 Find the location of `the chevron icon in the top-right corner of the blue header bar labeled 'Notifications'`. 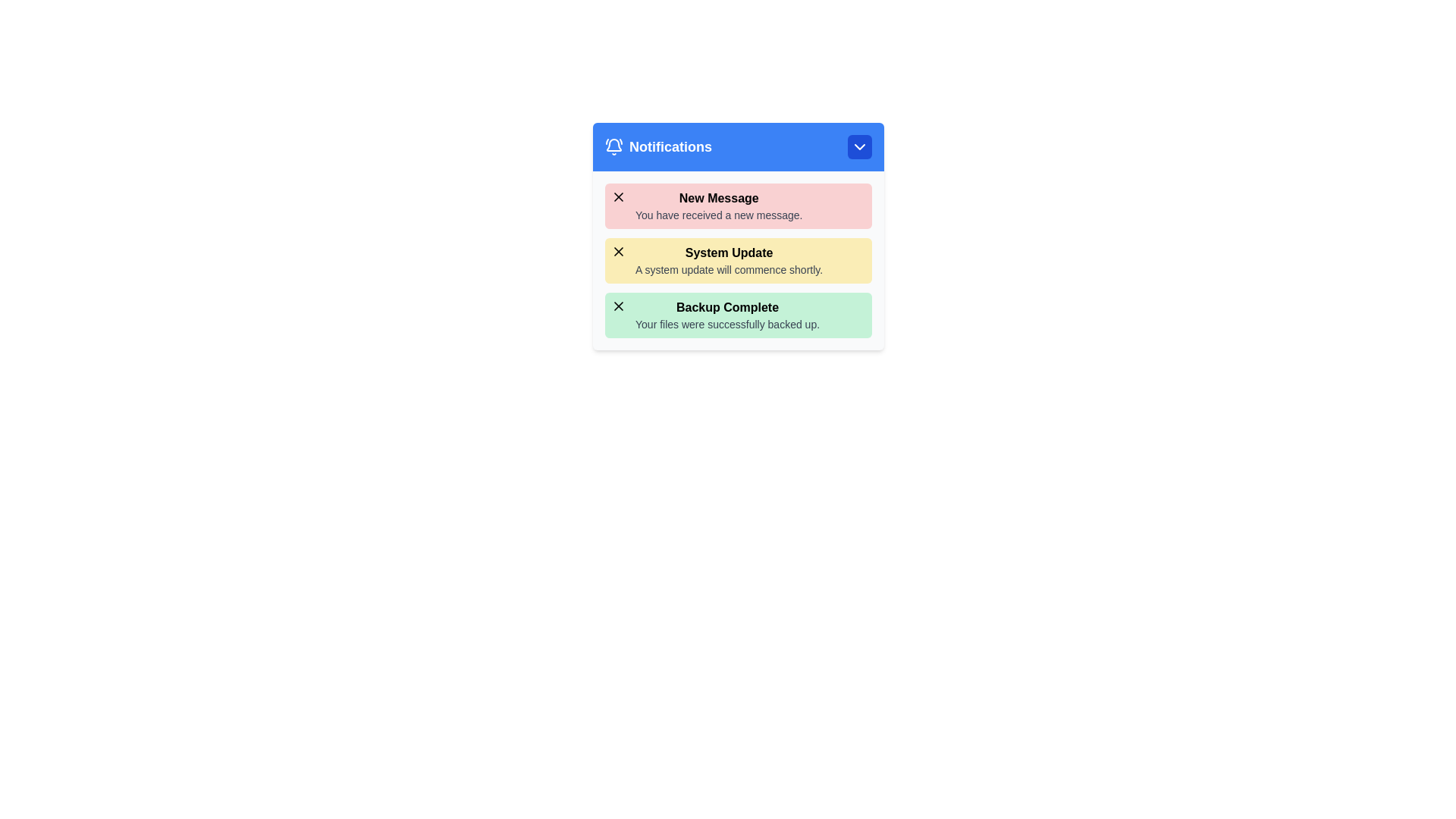

the chevron icon in the top-right corner of the blue header bar labeled 'Notifications' is located at coordinates (859, 146).